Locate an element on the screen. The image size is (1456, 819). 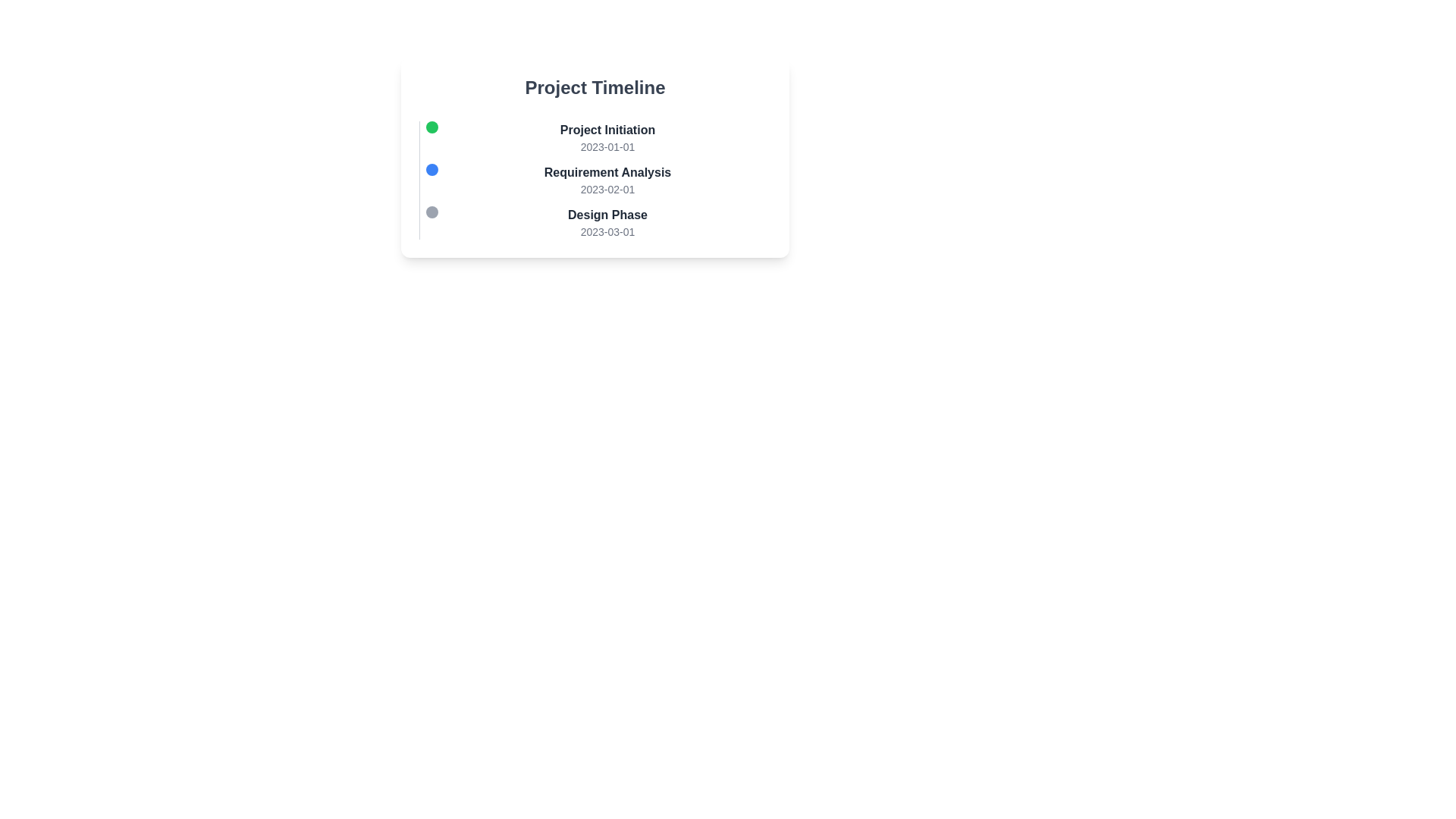
the List with items combining text and icons located under the 'Project Timeline' title, which consists of three items with bold titles and smaller gray dates, marked with circular indicators in green, blue, and gray is located at coordinates (595, 180).